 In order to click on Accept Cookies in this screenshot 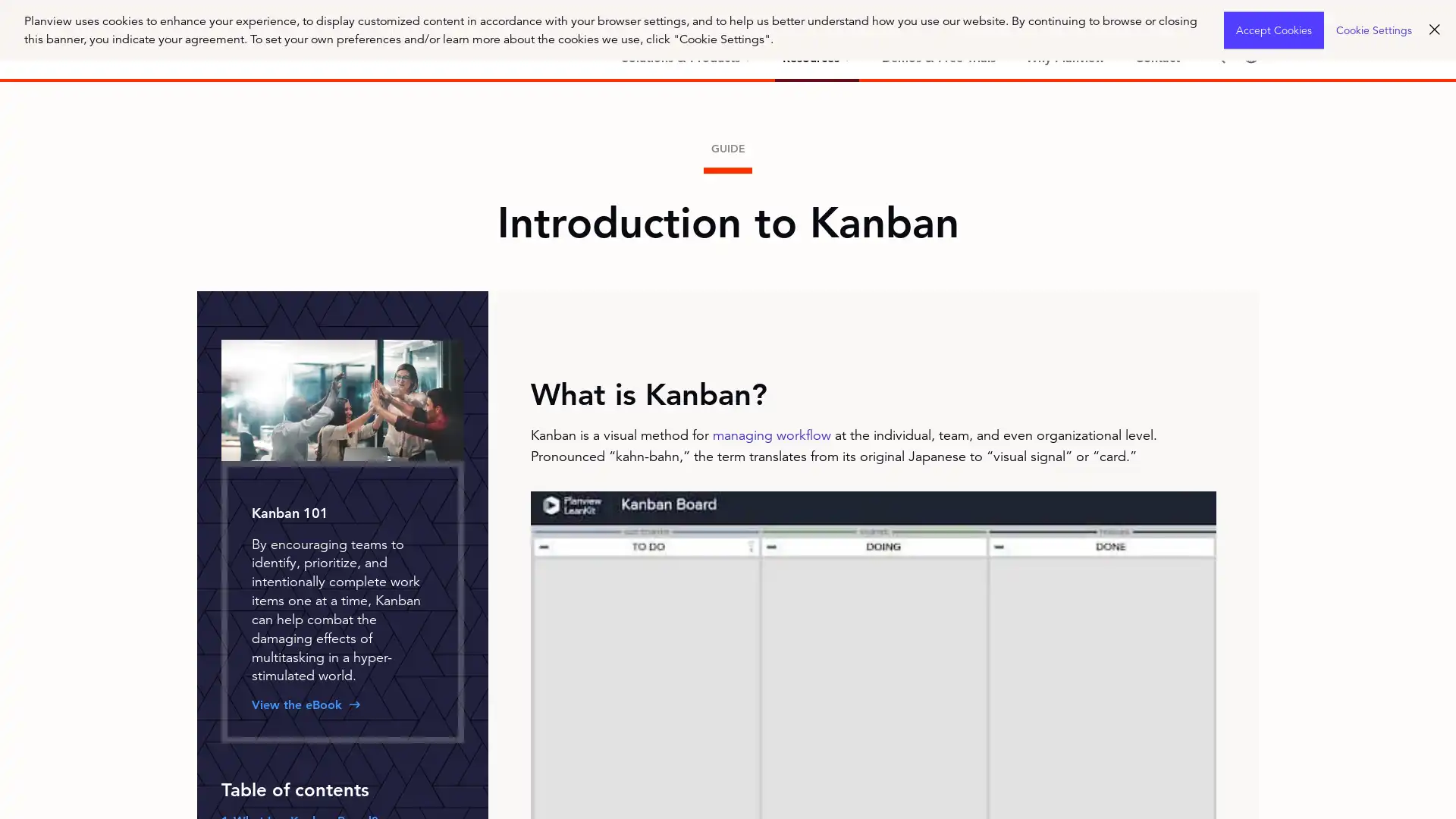, I will do `click(1274, 30)`.